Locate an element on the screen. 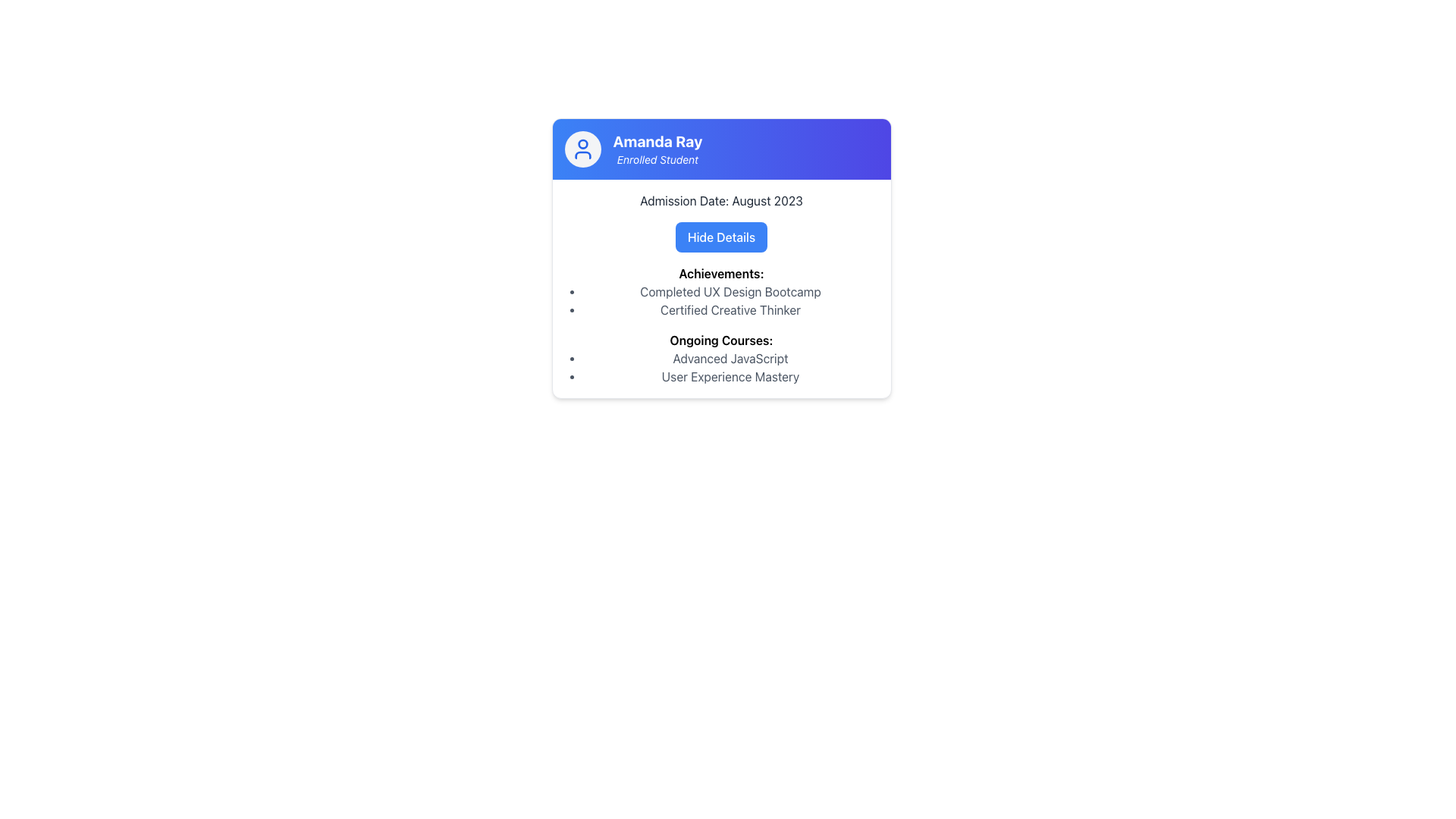  the bold, black text label 'Achievements:' within the content area of the profile card, which is positioned at the beginning of a vertical list of achievements is located at coordinates (720, 274).